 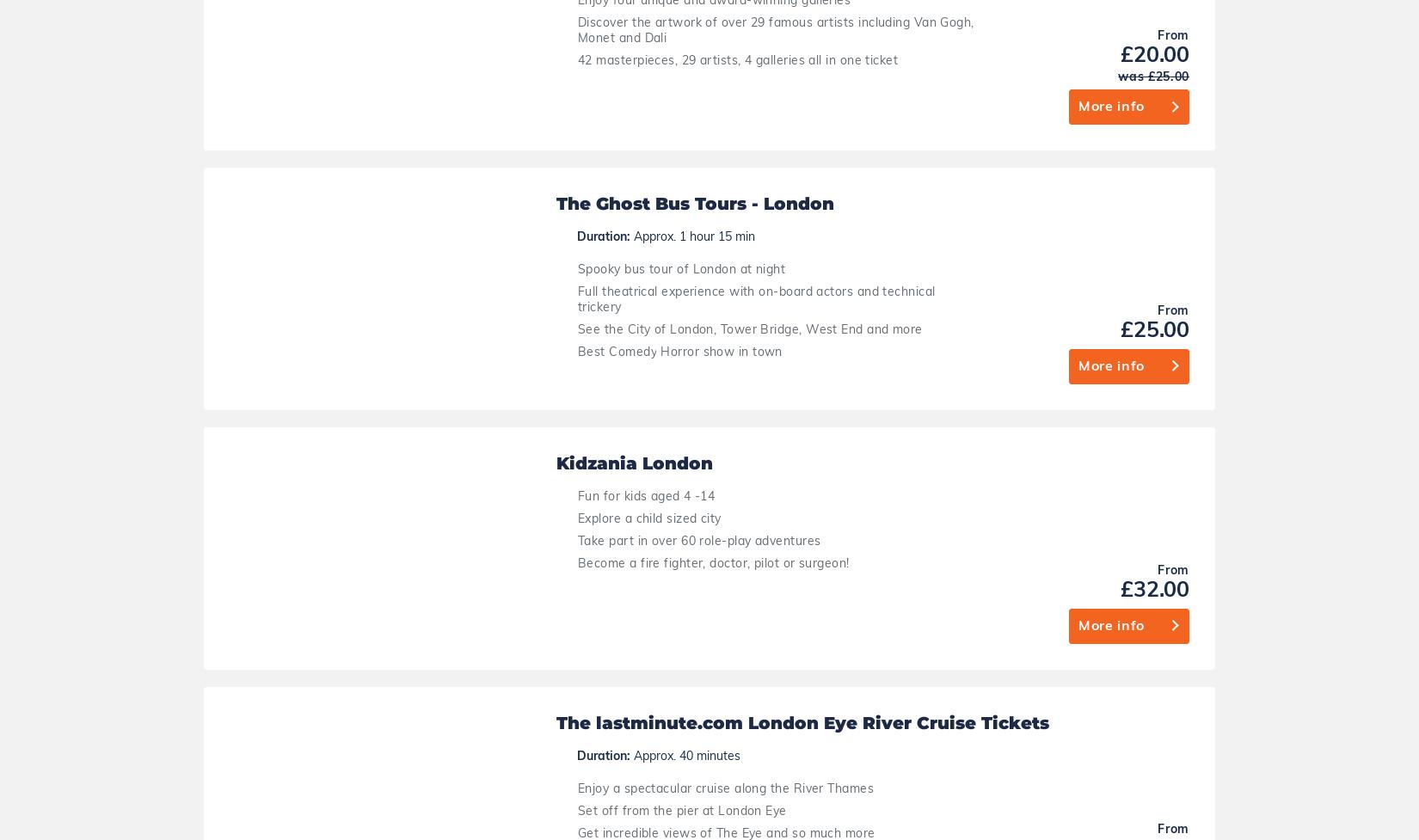 What do you see at coordinates (746, 620) in the screenshot?
I see `'London Transport Museum - Kids go free'` at bounding box center [746, 620].